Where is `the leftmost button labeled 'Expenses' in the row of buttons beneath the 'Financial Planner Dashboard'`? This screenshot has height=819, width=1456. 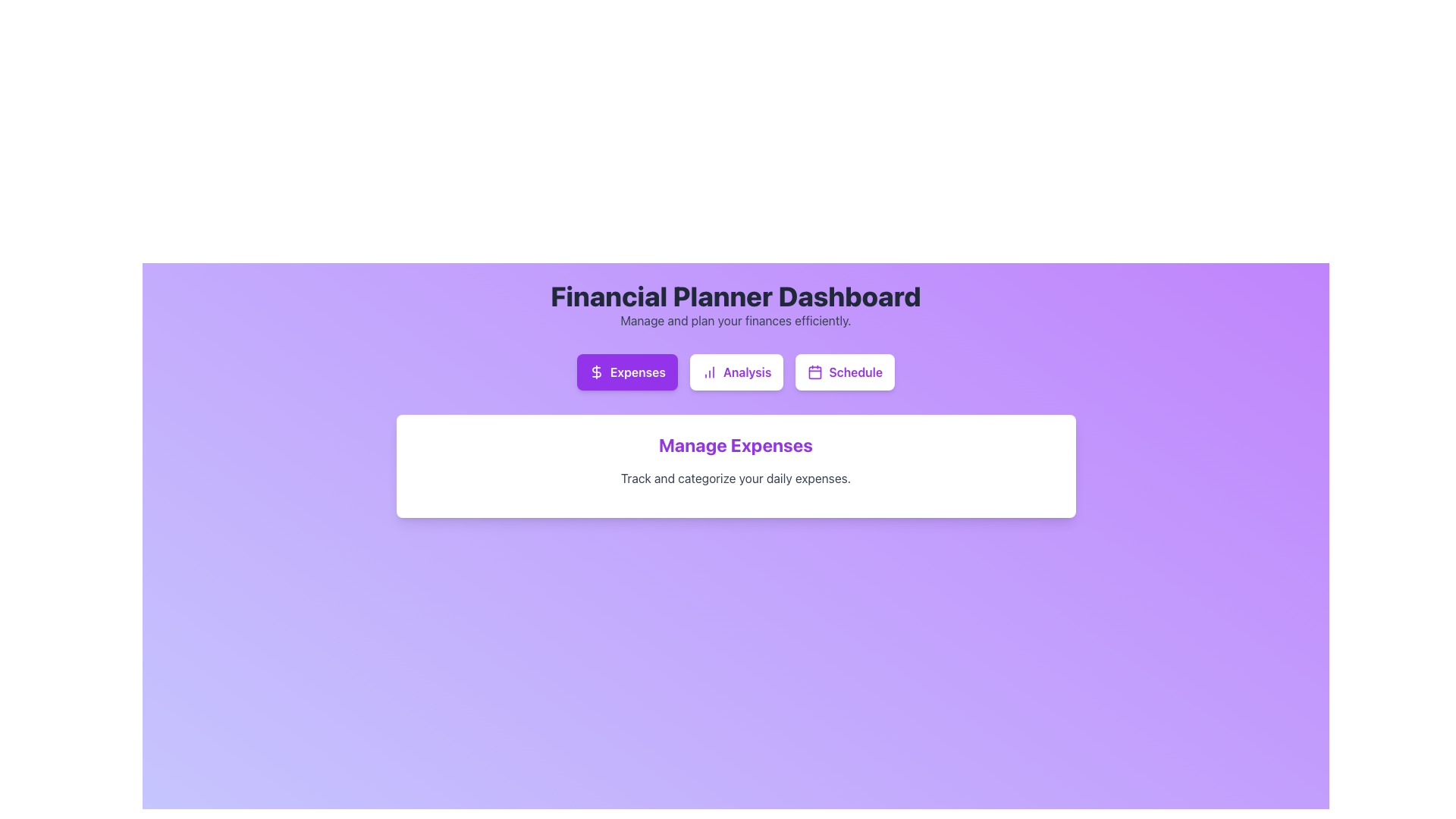
the leftmost button labeled 'Expenses' in the row of buttons beneath the 'Financial Planner Dashboard' is located at coordinates (627, 372).